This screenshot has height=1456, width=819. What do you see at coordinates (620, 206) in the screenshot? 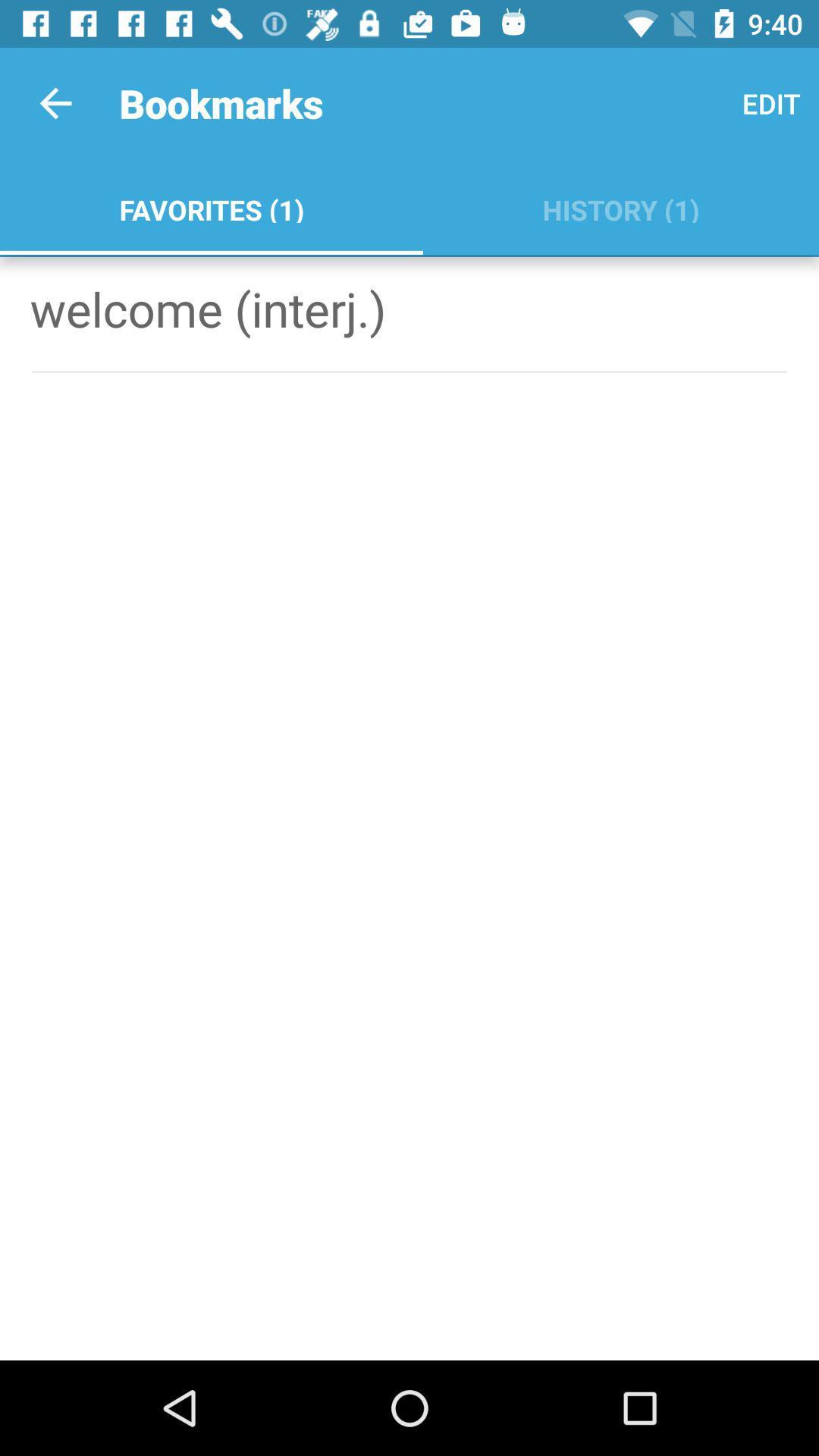
I see `the item to the right of the favorites (1) item` at bounding box center [620, 206].